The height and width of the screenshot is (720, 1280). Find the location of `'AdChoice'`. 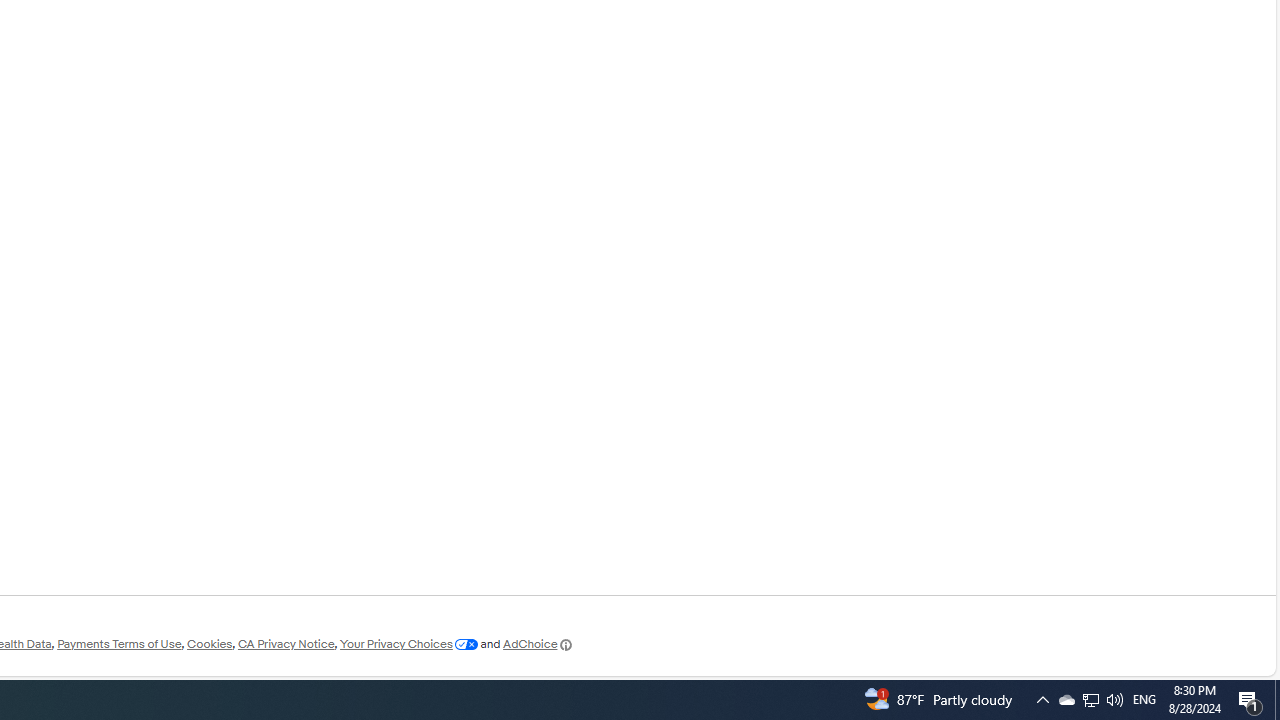

'AdChoice' is located at coordinates (538, 644).